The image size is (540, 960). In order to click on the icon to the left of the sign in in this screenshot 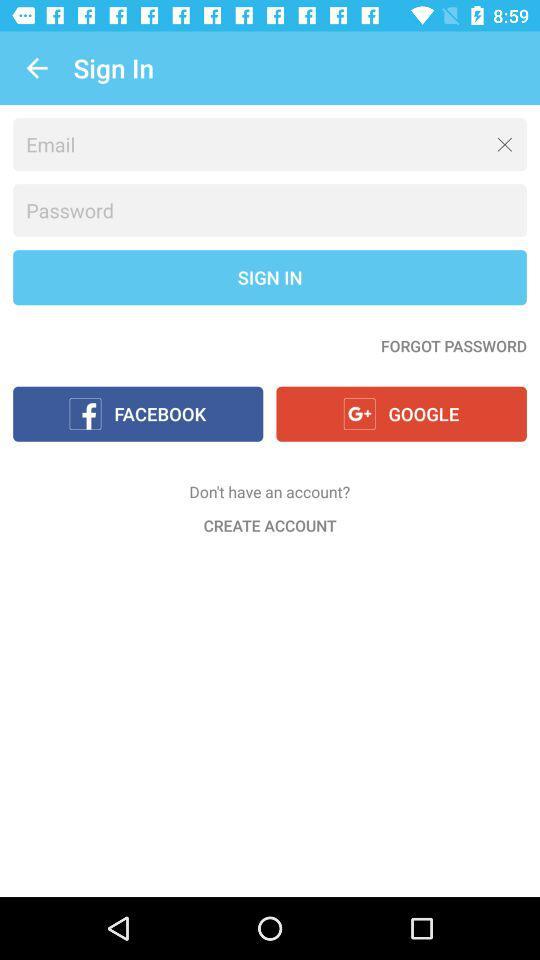, I will do `click(36, 68)`.